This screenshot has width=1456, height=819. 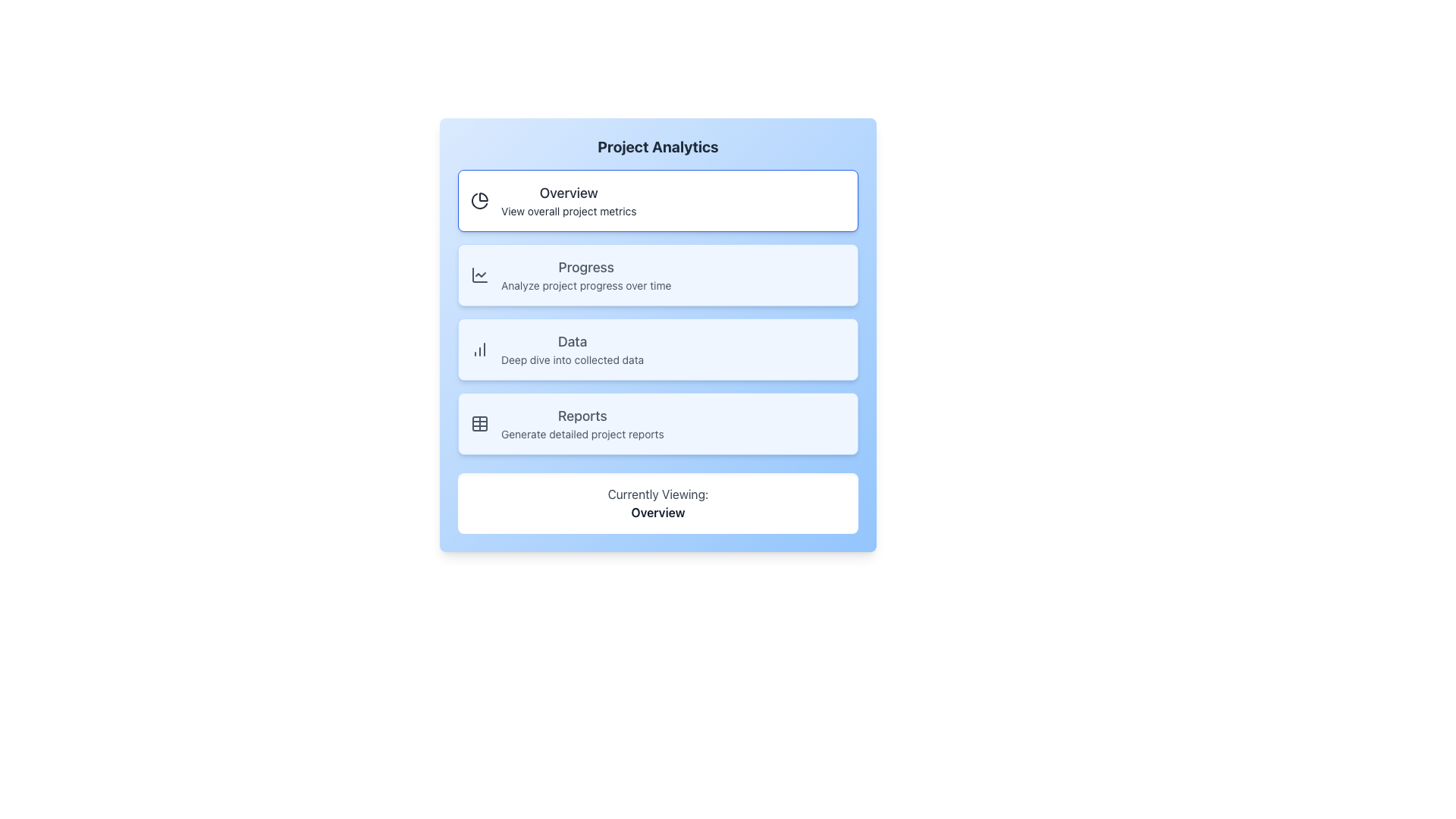 What do you see at coordinates (479, 424) in the screenshot?
I see `the table grid icon located to the left of the 'Reports' button in the vertical navigation interface` at bounding box center [479, 424].